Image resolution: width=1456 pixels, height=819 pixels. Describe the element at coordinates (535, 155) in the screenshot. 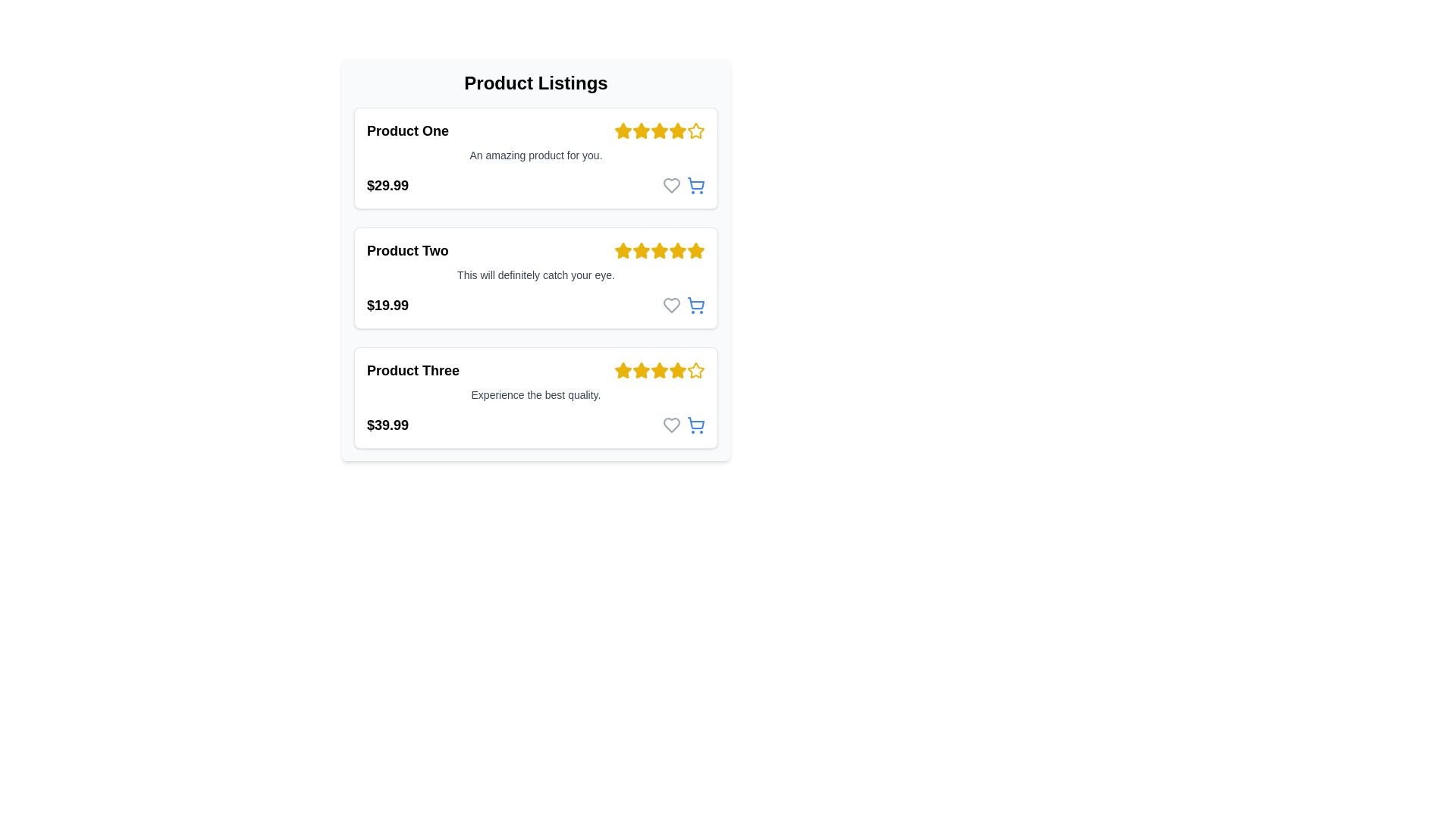

I see `text displayed on the Text Label located in the card for 'Product One', which is centered horizontally below the product title and above the price section` at that location.